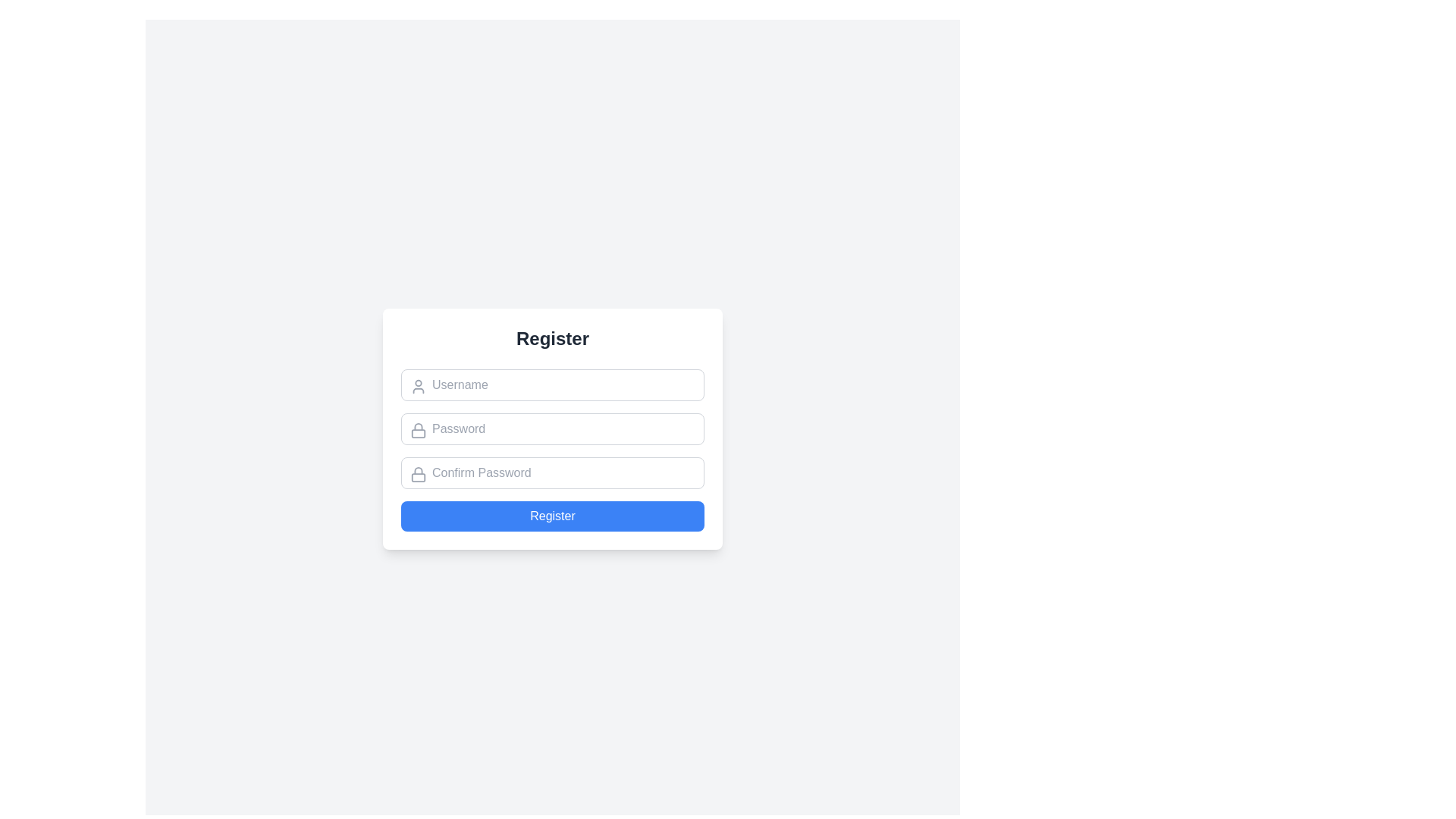  Describe the element at coordinates (419, 476) in the screenshot. I see `the SVG rectangle graphic that visually represents the body of the lock symbol in the 'Confirm Password' field within the user registration form` at that location.